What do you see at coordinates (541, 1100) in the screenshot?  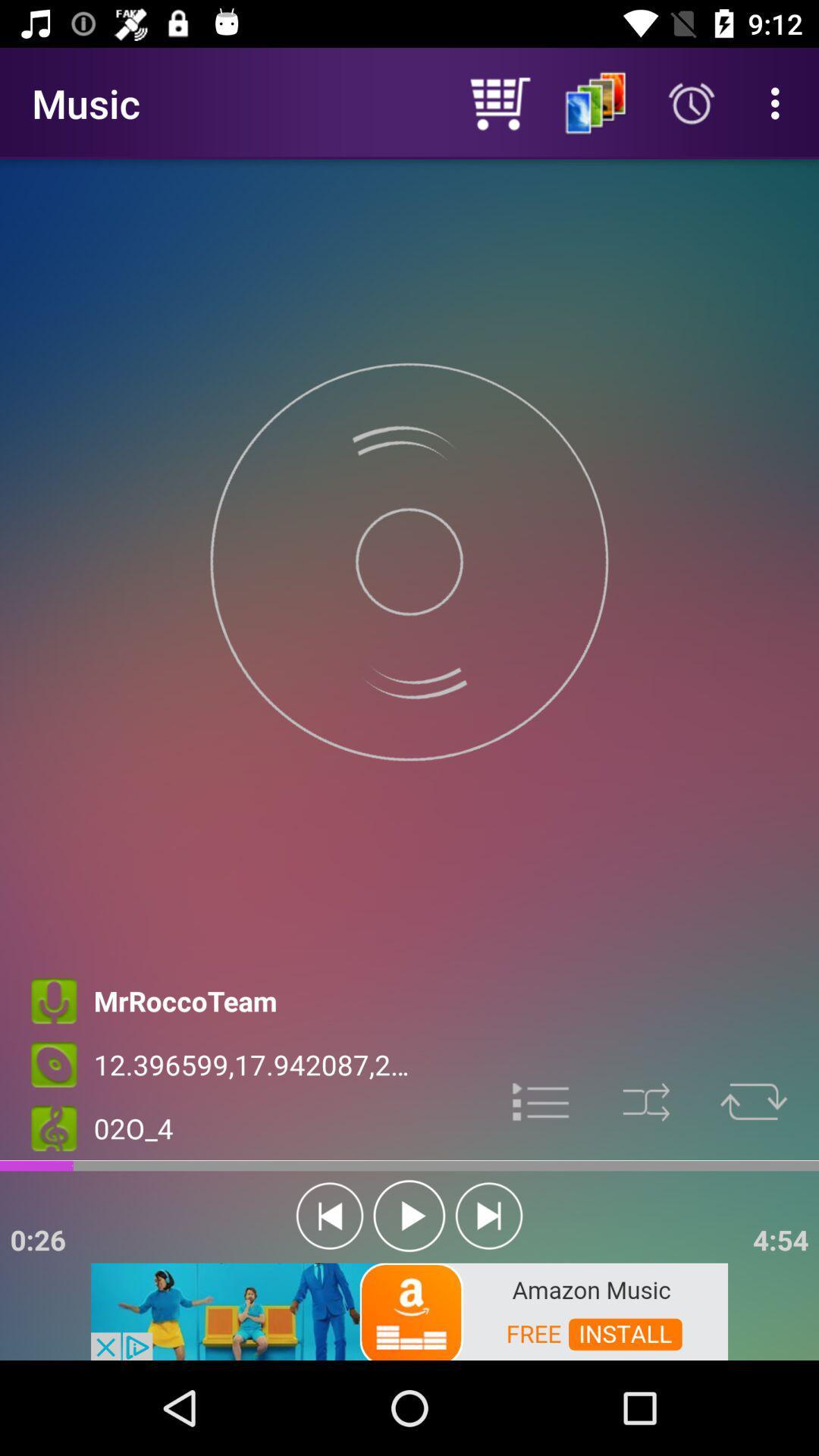 I see `advertisement` at bounding box center [541, 1100].